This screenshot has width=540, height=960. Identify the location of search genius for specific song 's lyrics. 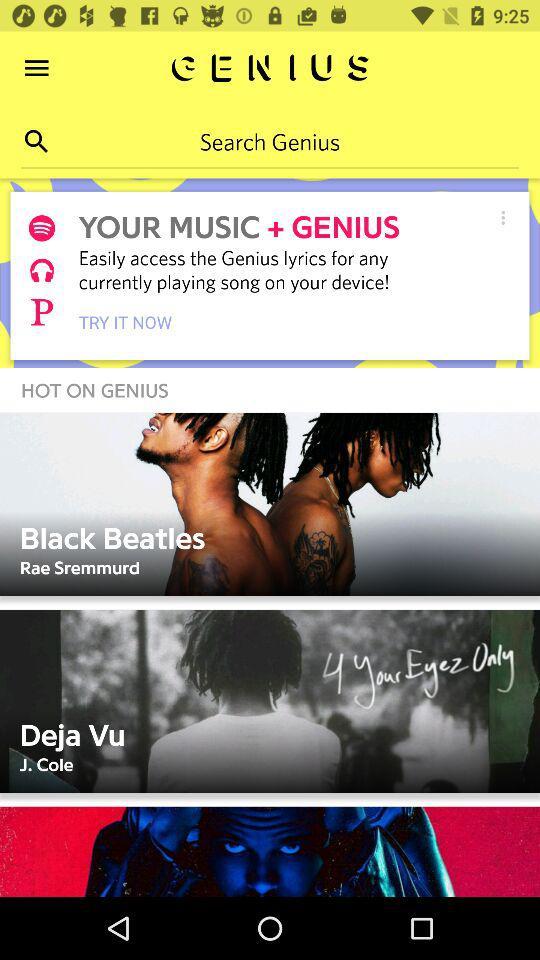
(270, 140).